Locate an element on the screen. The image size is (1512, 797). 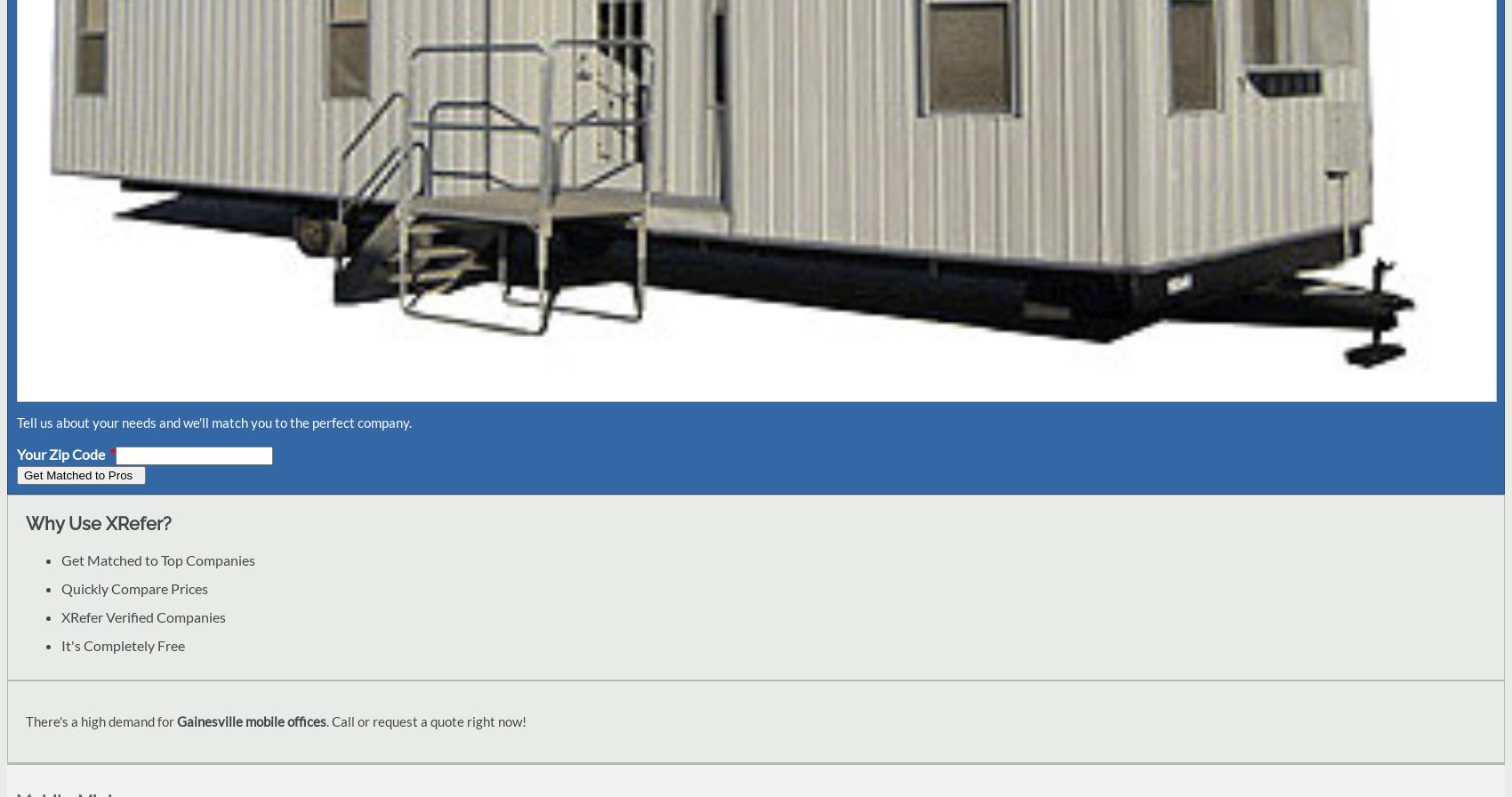
'There's a high demand for' is located at coordinates (26, 720).